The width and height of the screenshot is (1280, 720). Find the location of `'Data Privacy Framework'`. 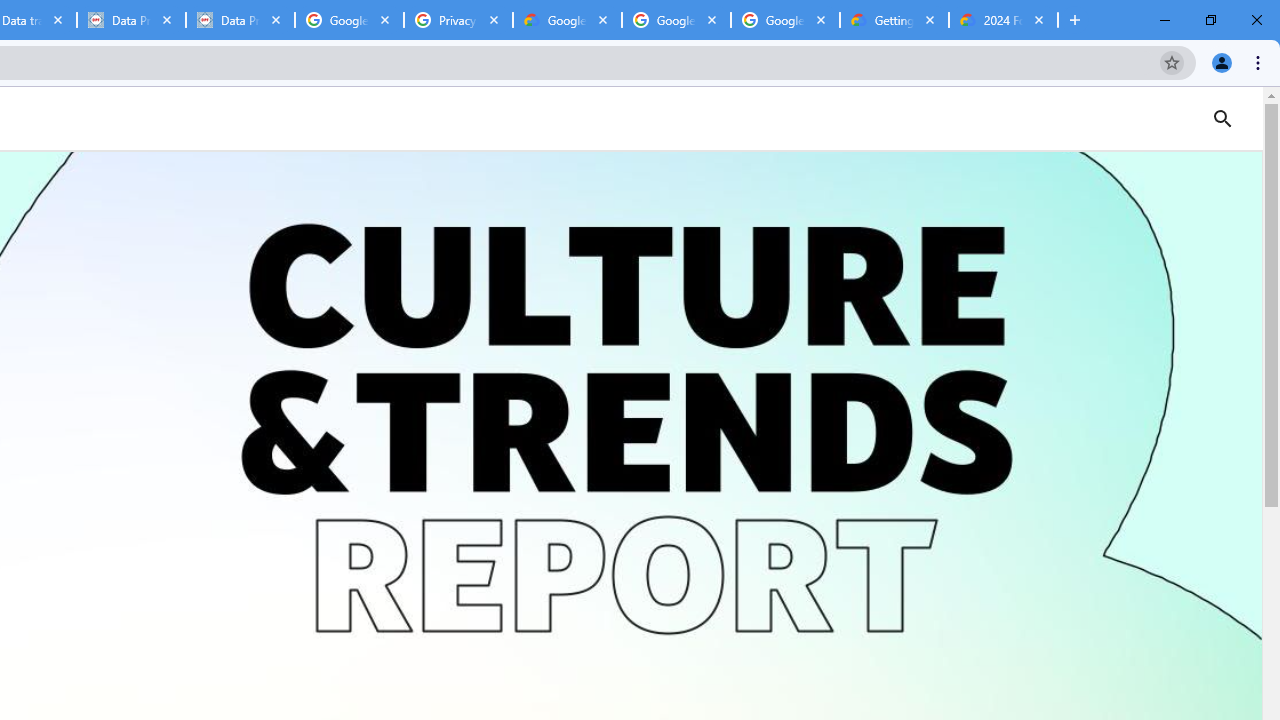

'Data Privacy Framework' is located at coordinates (130, 20).